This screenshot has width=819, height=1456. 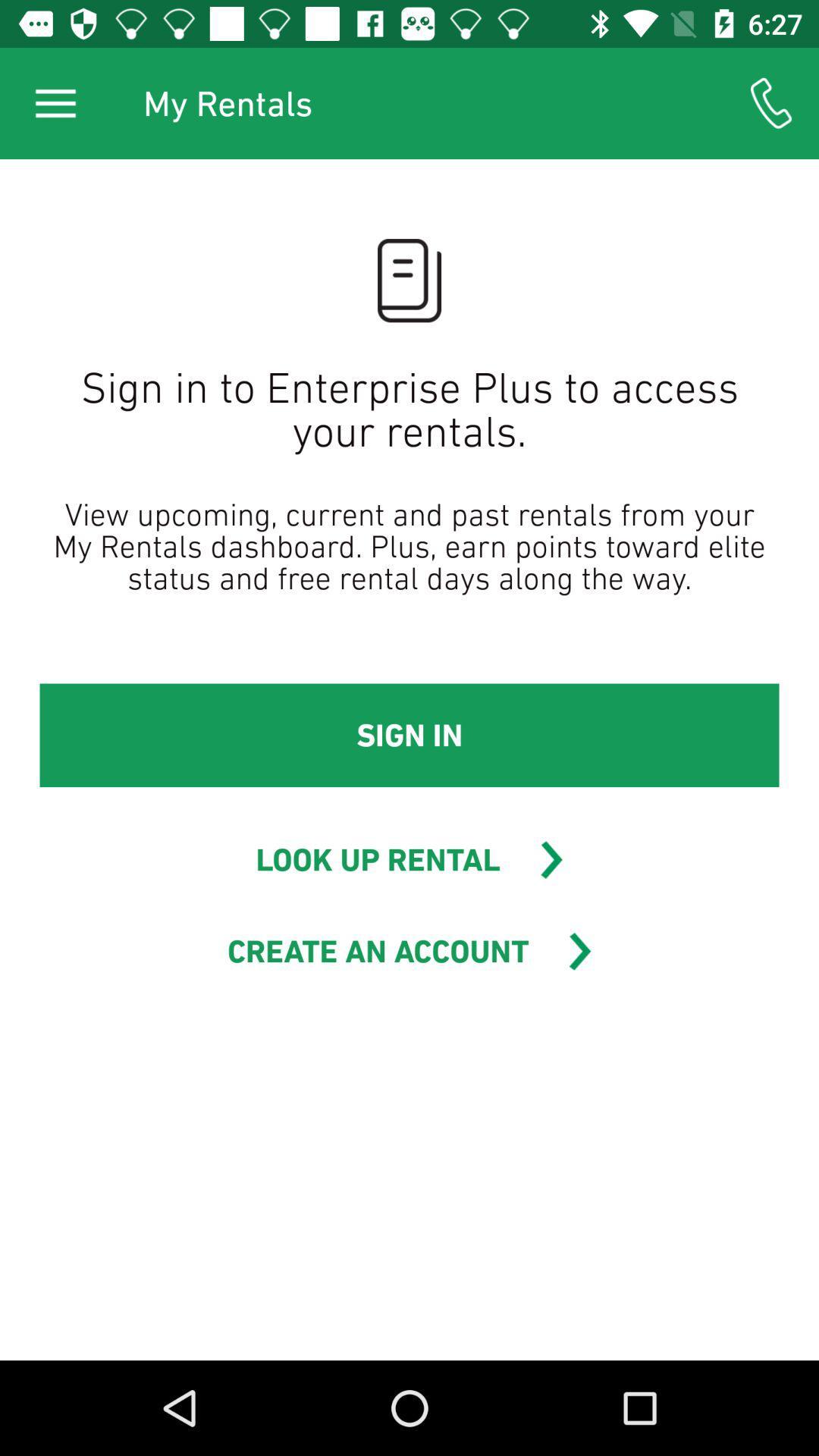 I want to click on icon next to my rentals item, so click(x=771, y=102).